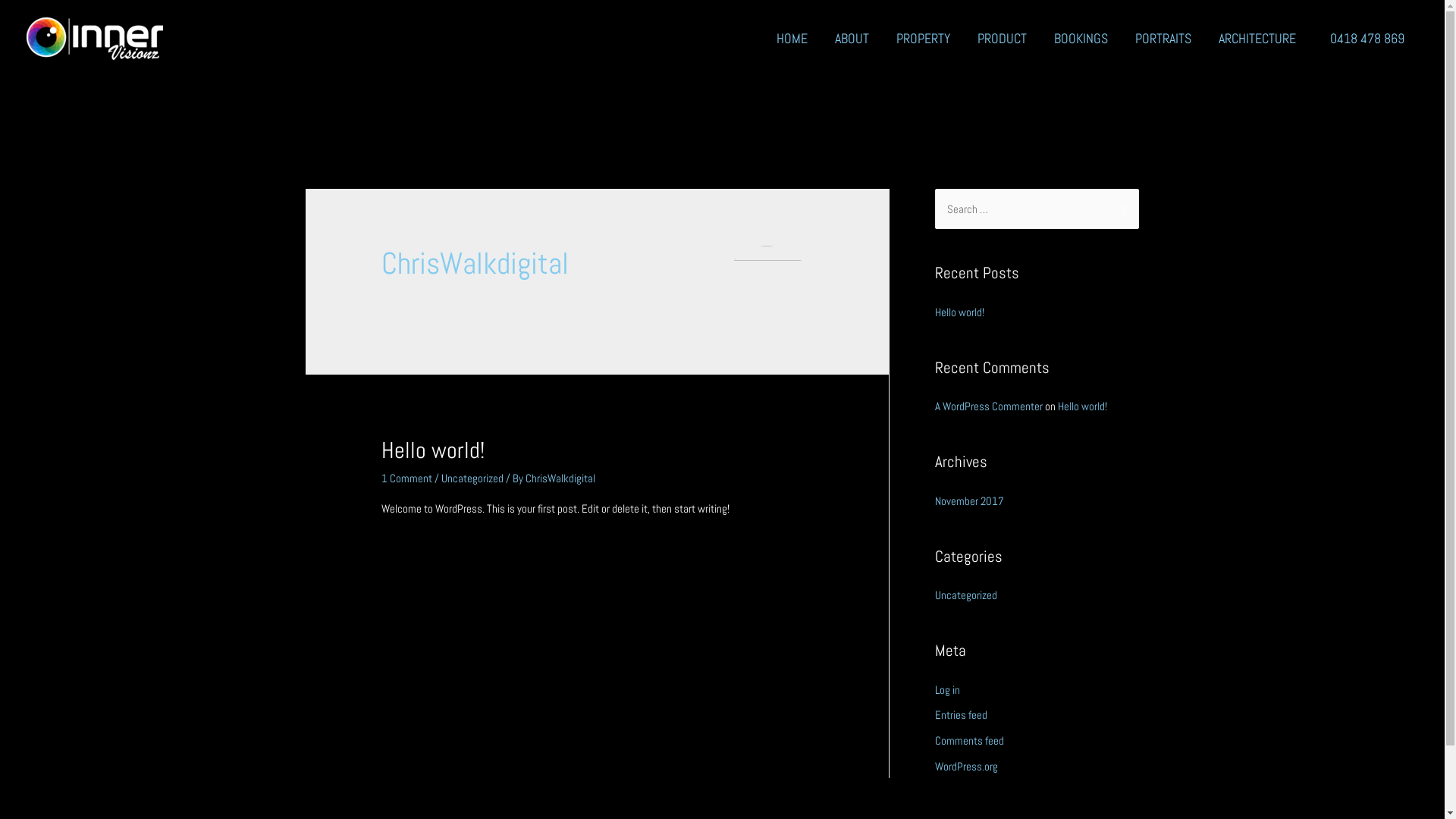 The height and width of the screenshot is (819, 1456). Describe the element at coordinates (791, 37) in the screenshot. I see `'HOME'` at that location.